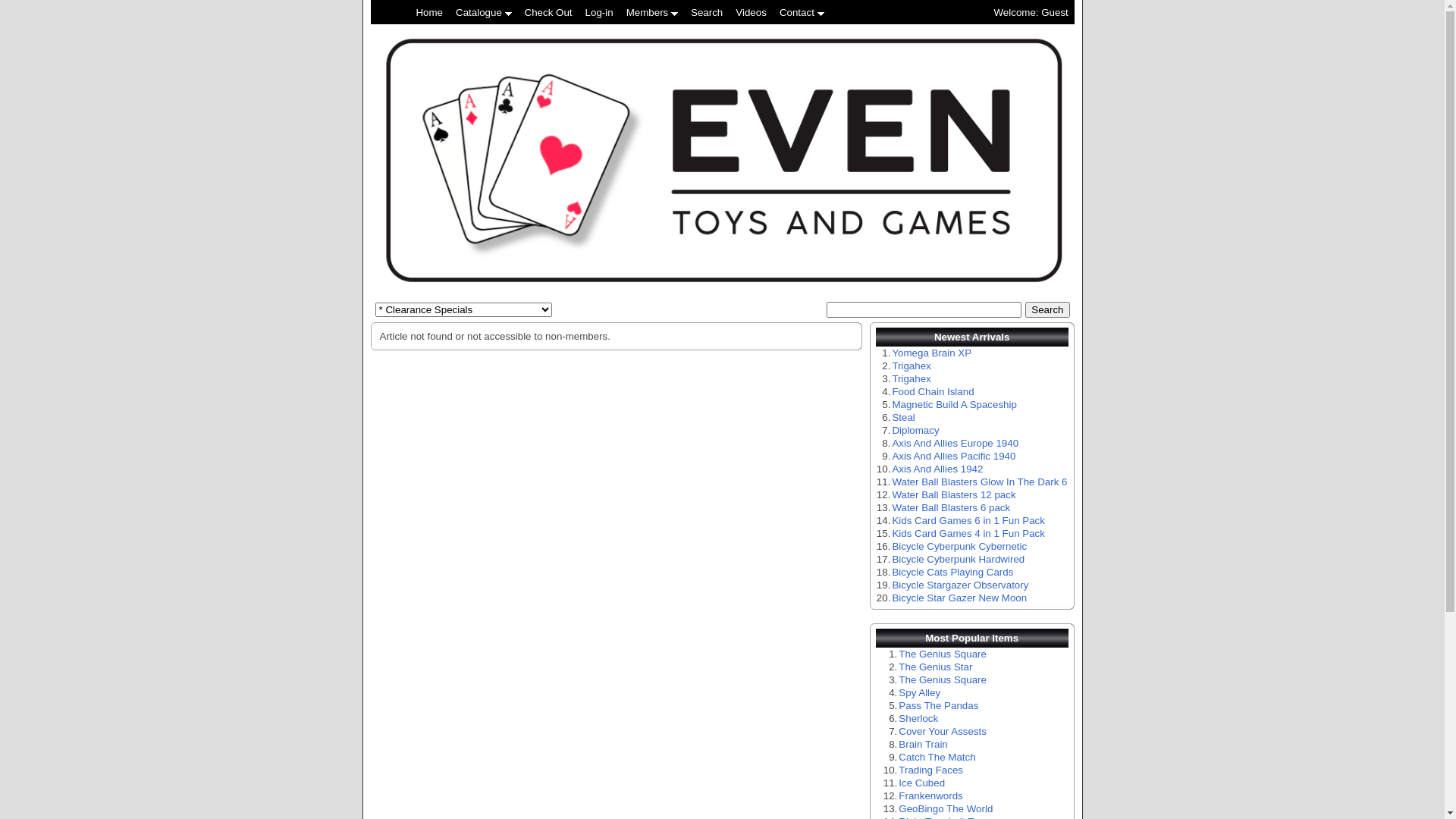 The image size is (1456, 819). Describe the element at coordinates (959, 597) in the screenshot. I see `'Bicycle Star Gazer New Moon'` at that location.